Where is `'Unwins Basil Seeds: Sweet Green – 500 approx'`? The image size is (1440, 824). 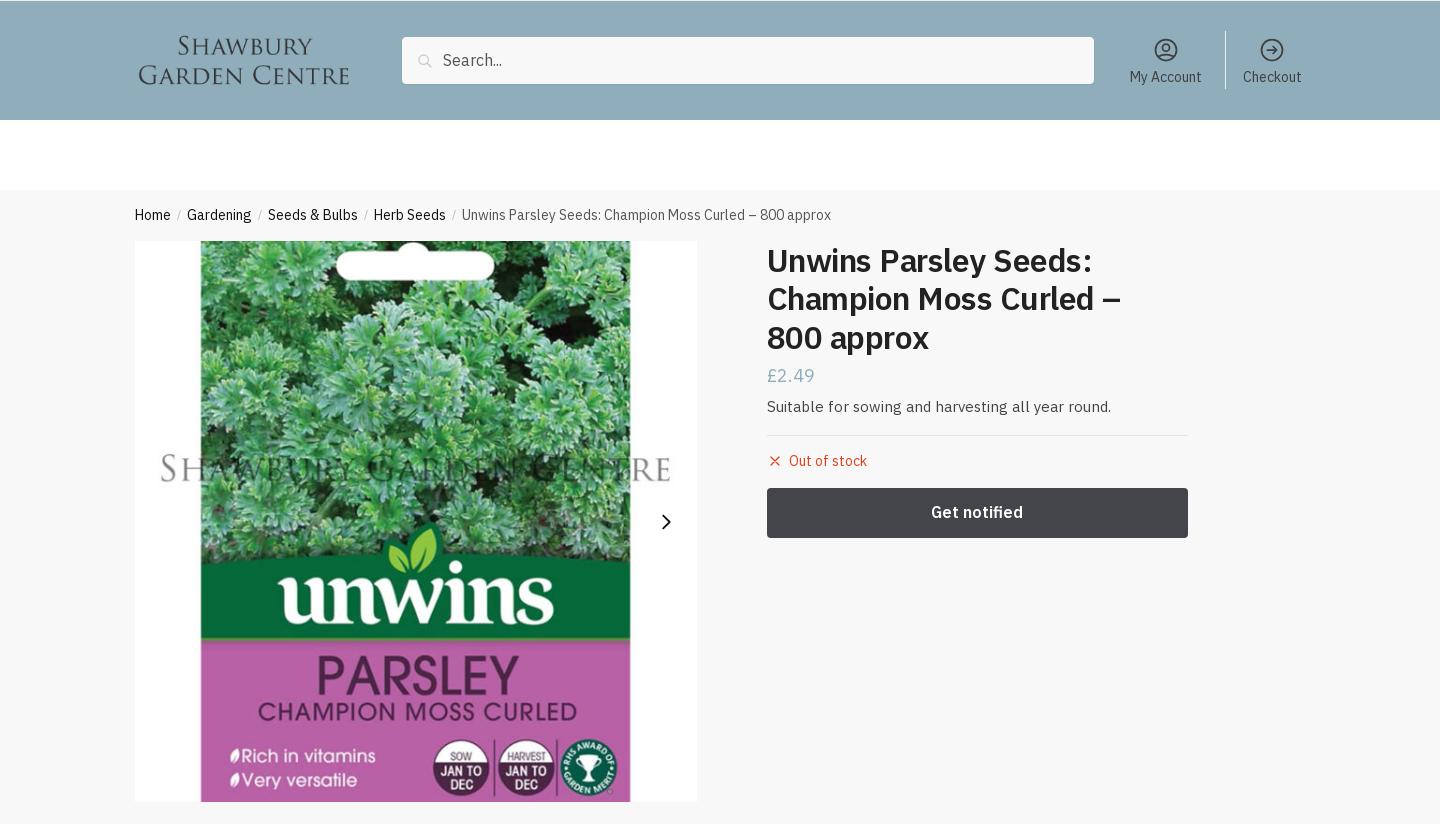
'Unwins Basil Seeds: Sweet Green – 500 approx' is located at coordinates (861, 755).